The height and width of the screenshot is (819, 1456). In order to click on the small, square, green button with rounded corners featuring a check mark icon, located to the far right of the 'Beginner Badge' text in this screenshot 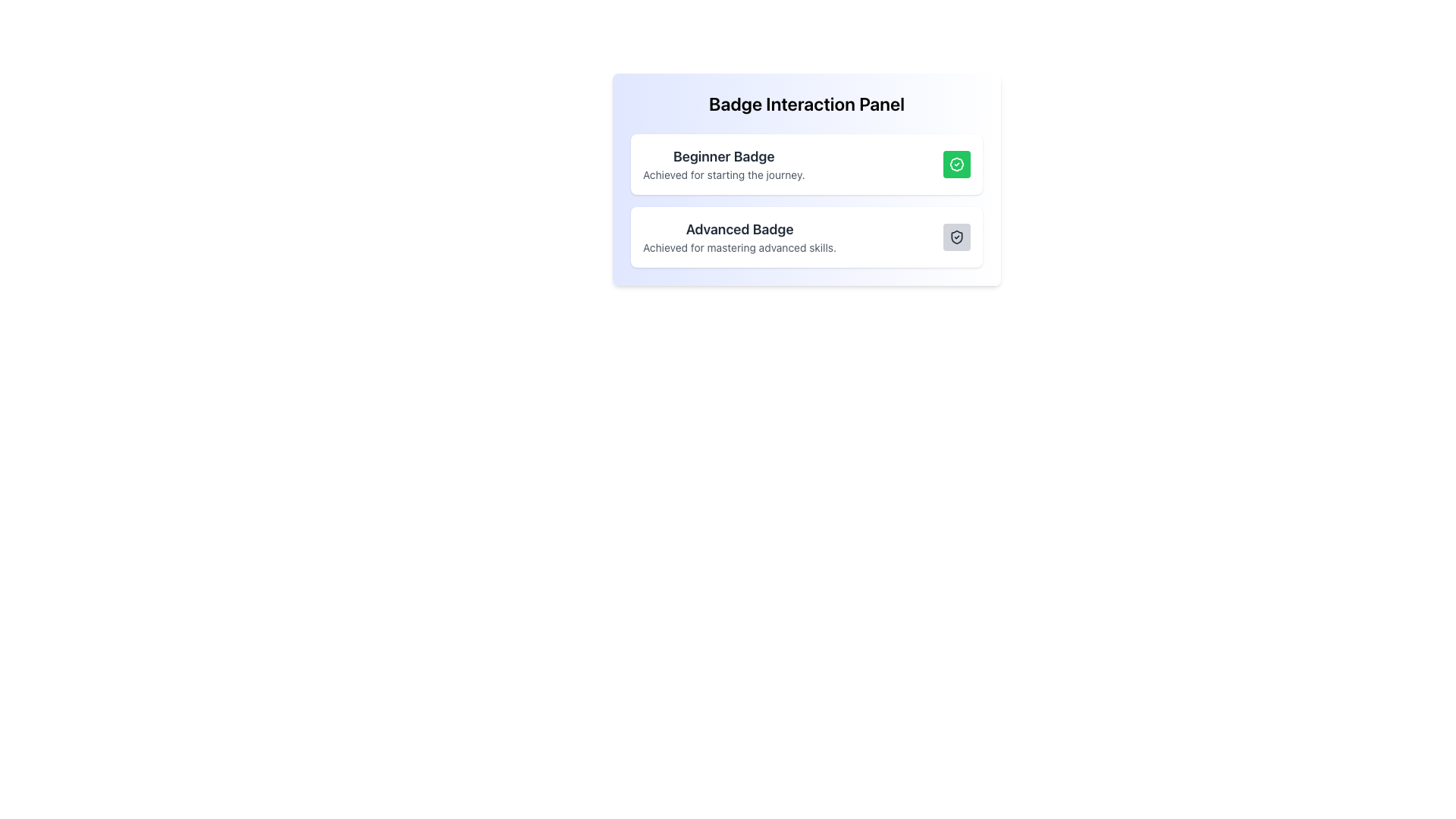, I will do `click(956, 164)`.